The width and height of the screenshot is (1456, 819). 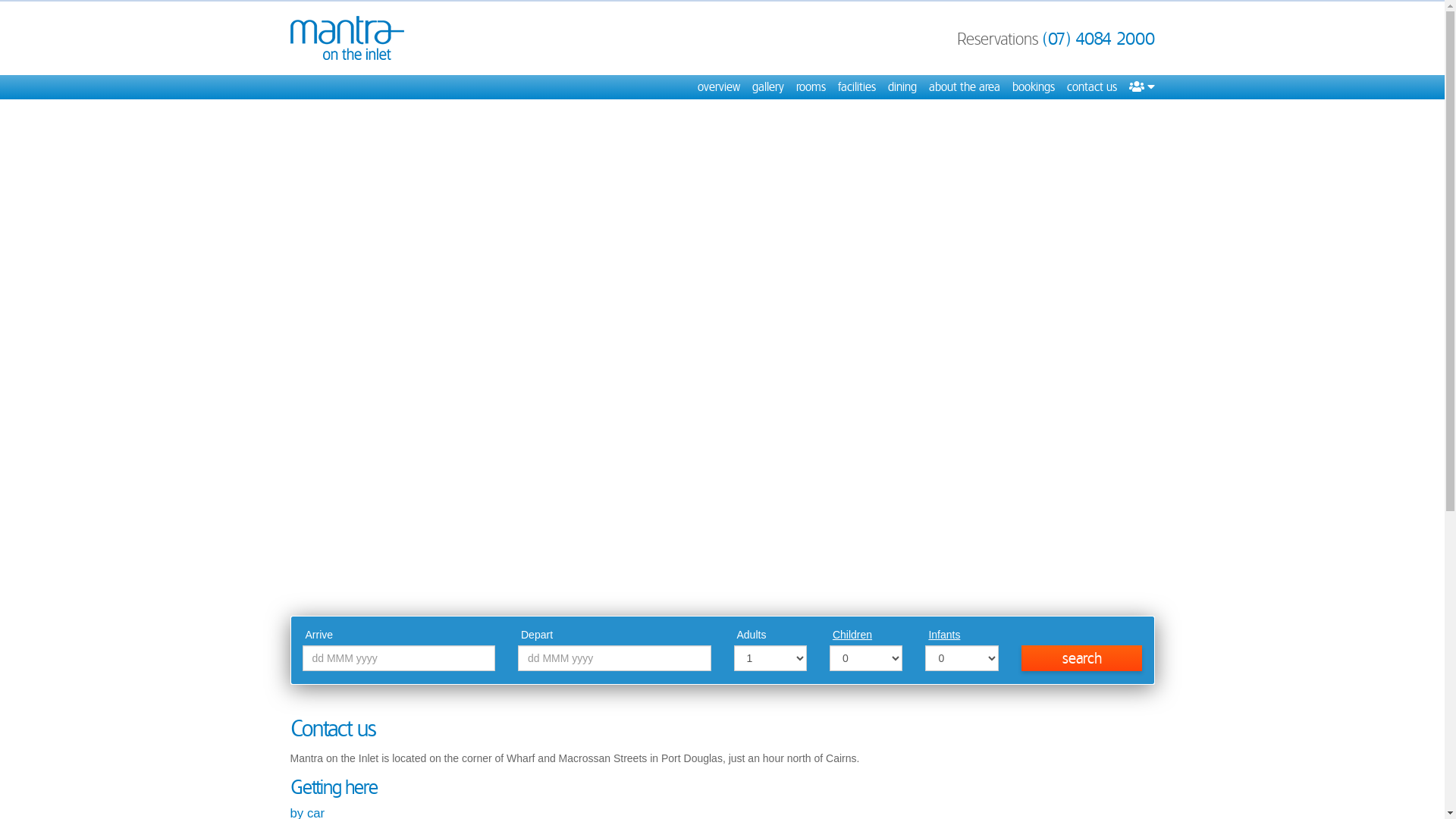 I want to click on 'about the area', so click(x=963, y=87).